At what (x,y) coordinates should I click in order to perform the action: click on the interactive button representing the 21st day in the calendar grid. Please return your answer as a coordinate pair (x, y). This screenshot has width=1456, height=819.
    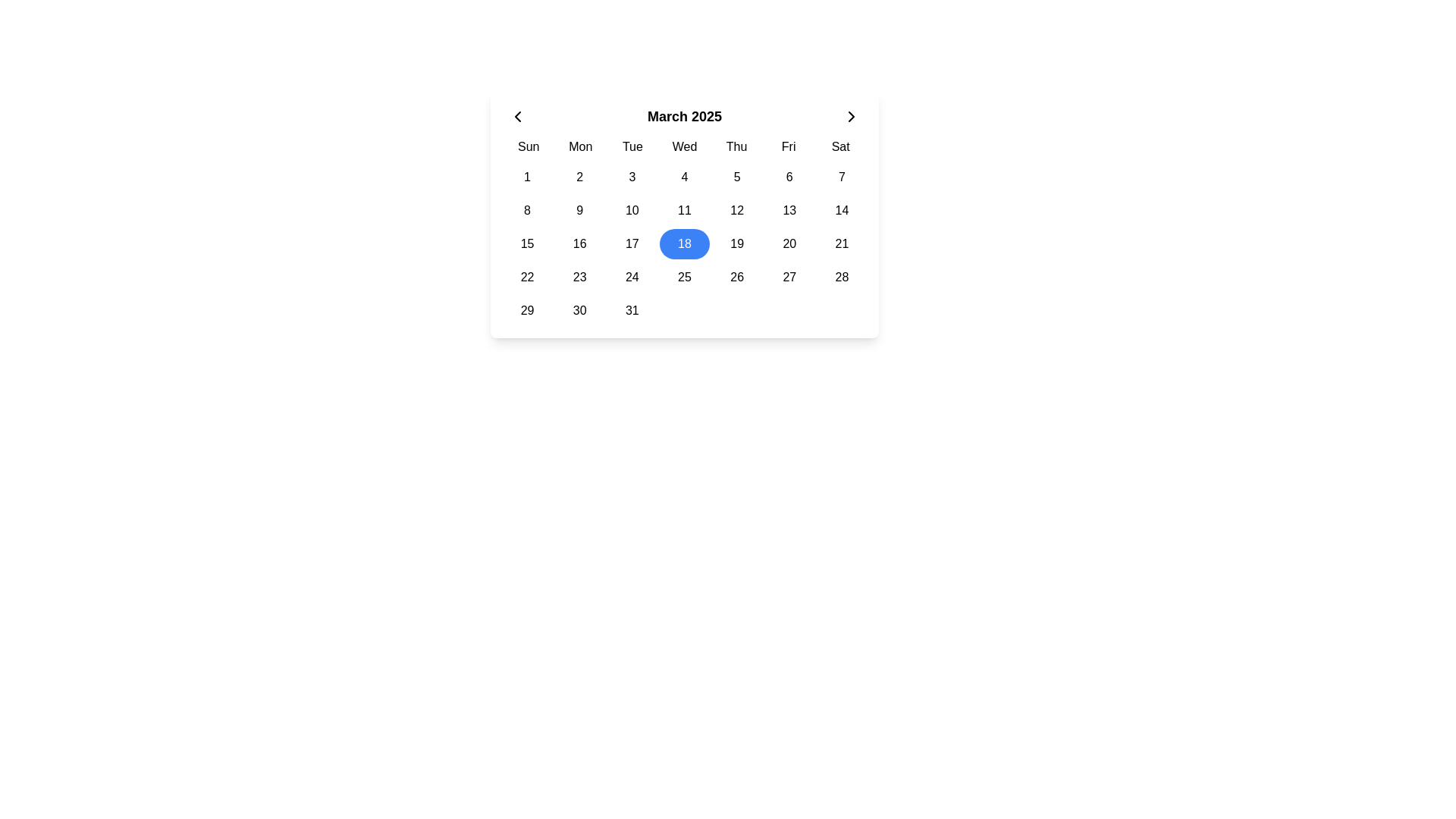
    Looking at the image, I should click on (841, 243).